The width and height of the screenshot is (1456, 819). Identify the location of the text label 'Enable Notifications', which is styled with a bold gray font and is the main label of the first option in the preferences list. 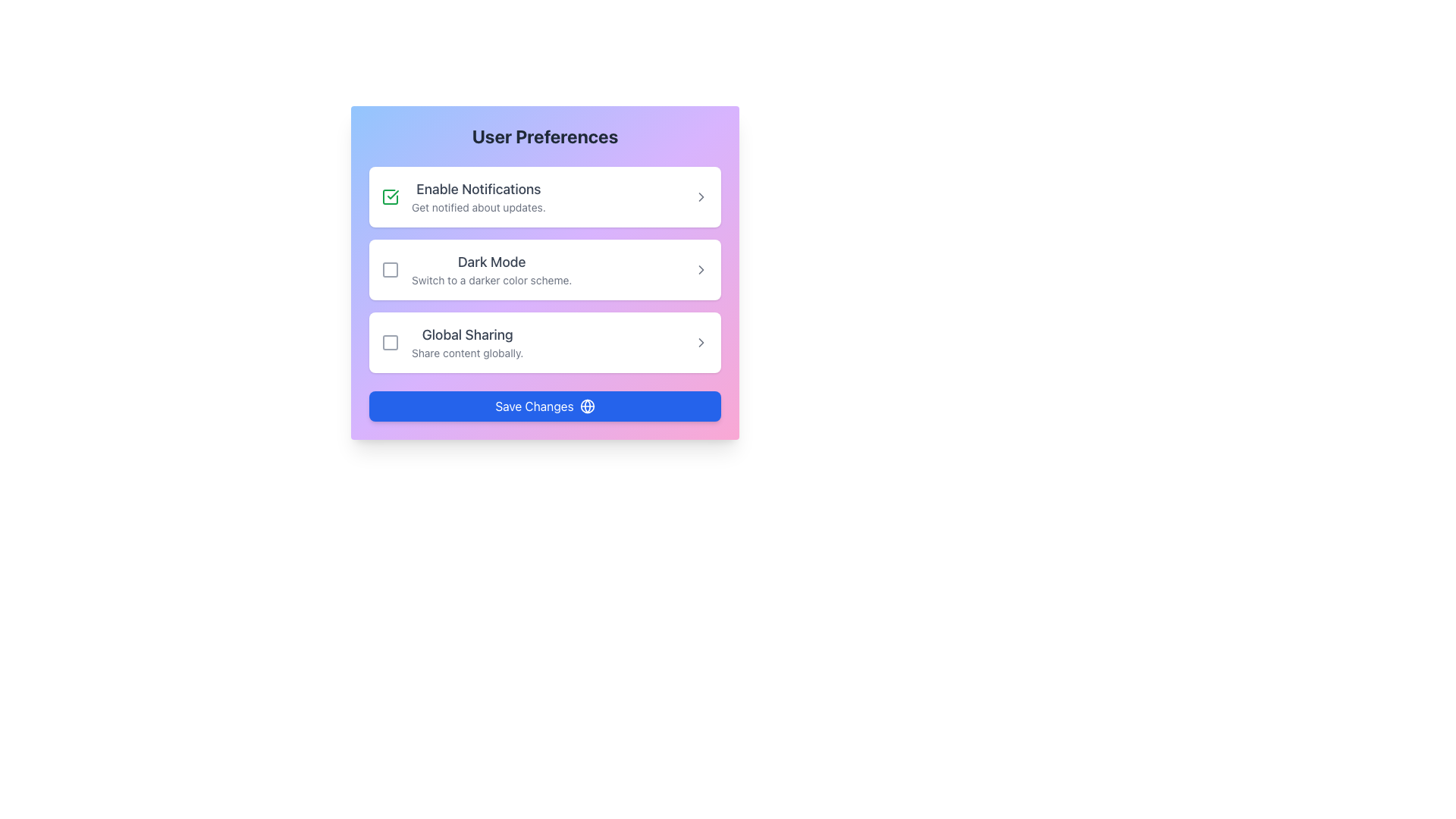
(478, 189).